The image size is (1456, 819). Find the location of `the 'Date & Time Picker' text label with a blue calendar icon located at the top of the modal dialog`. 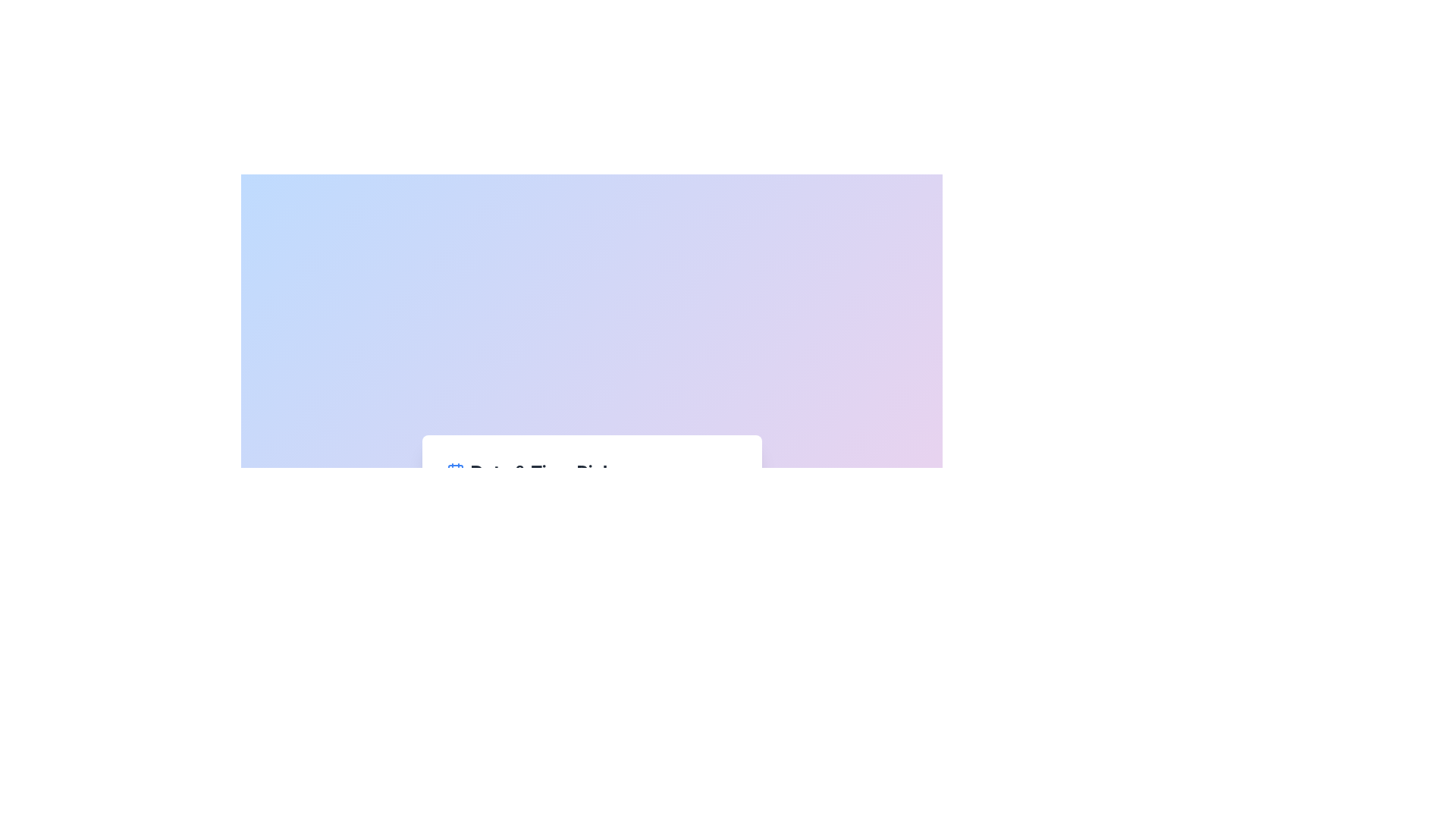

the 'Date & Time Picker' text label with a blue calendar icon located at the top of the modal dialog is located at coordinates (591, 470).